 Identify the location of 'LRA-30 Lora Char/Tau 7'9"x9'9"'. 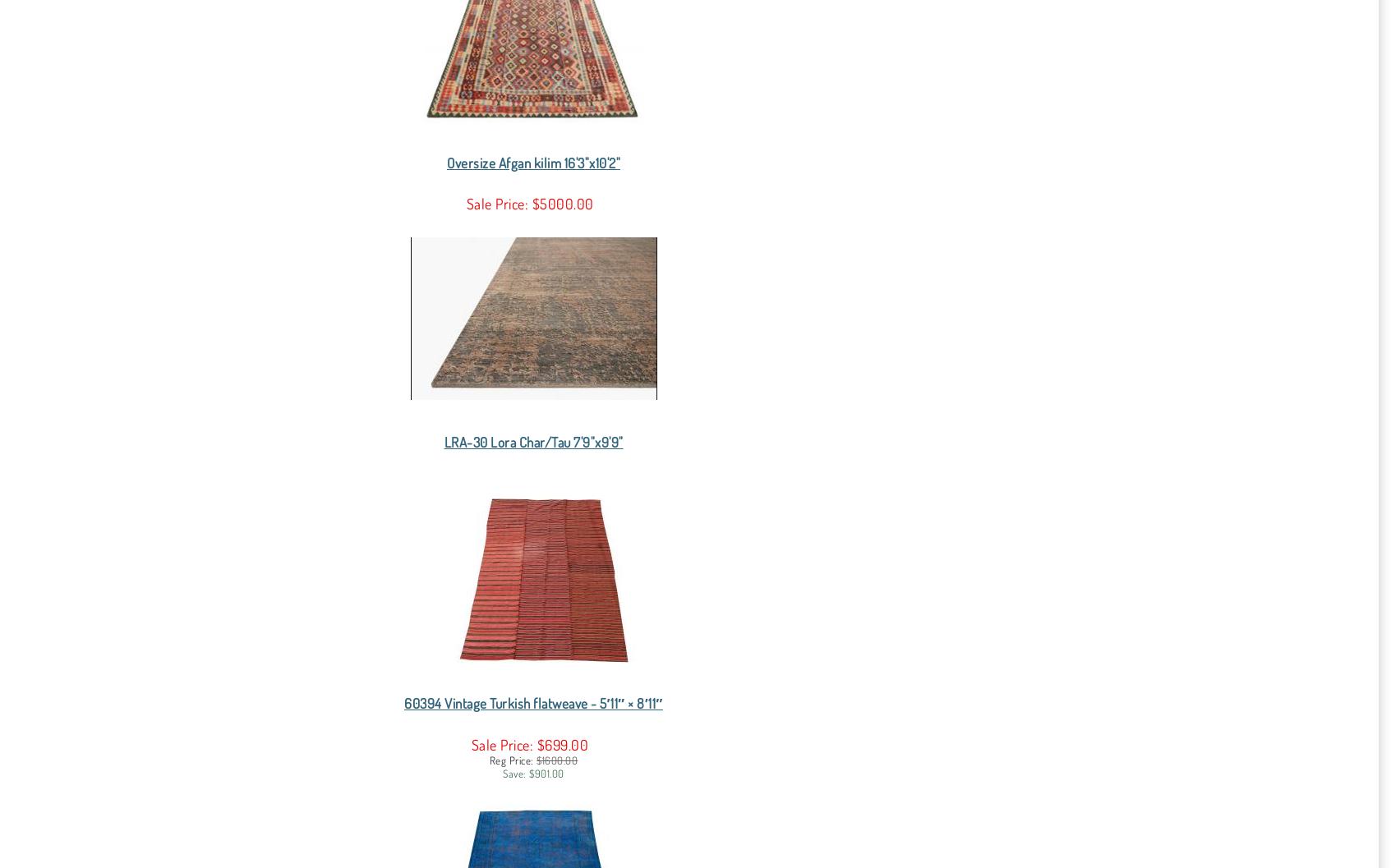
(532, 440).